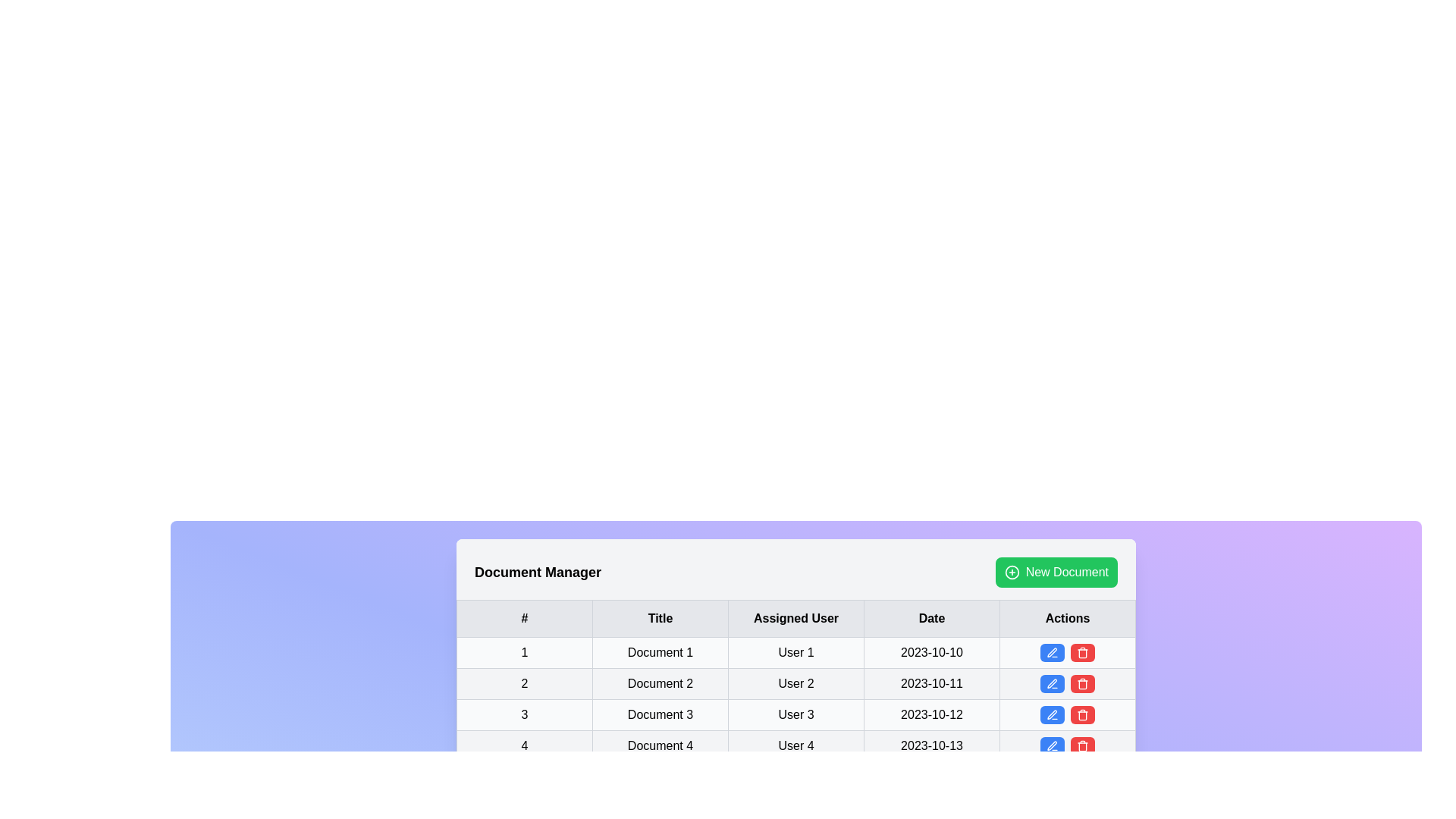 The width and height of the screenshot is (1456, 819). Describe the element at coordinates (1051, 651) in the screenshot. I see `the blue pen icon in the first row of the 'Actions' column` at that location.